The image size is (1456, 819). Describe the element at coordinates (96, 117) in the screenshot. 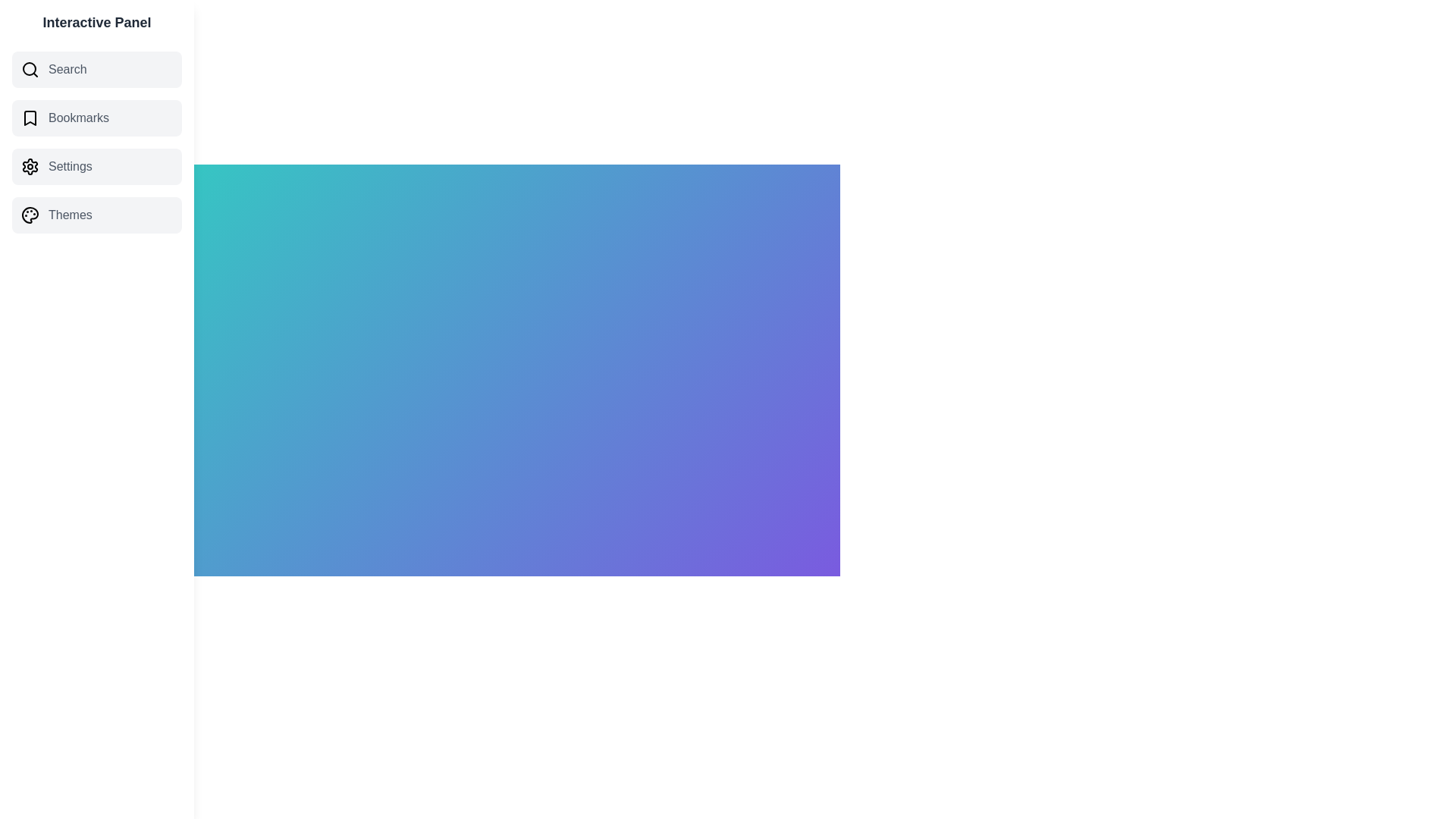

I see `the category Bookmarks from the list` at that location.